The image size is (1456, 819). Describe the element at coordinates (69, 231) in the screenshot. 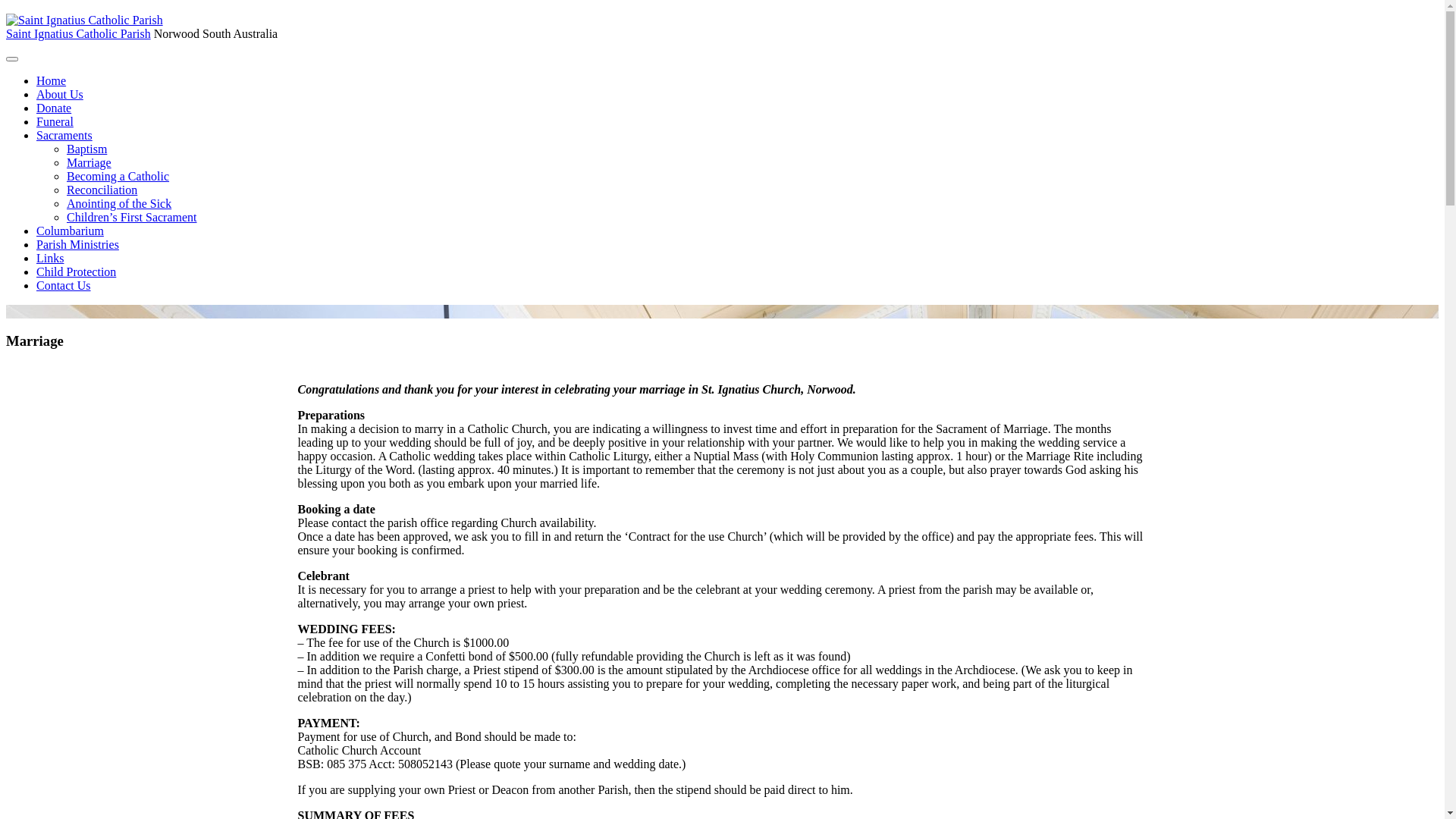

I see `'Columbarium'` at that location.